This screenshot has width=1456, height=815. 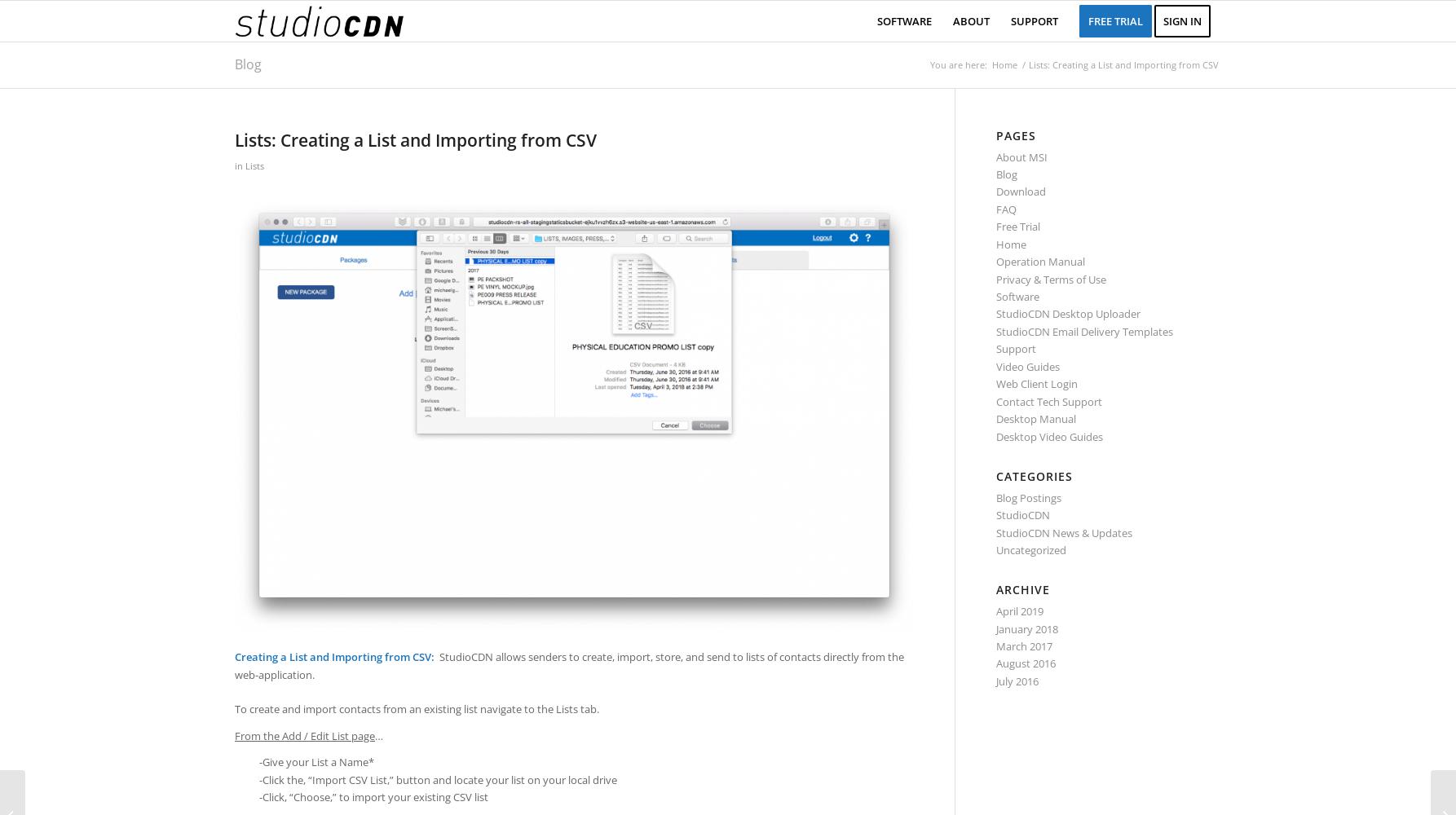 What do you see at coordinates (336, 657) in the screenshot?
I see `'Creating a List and Importing from CSV:'` at bounding box center [336, 657].